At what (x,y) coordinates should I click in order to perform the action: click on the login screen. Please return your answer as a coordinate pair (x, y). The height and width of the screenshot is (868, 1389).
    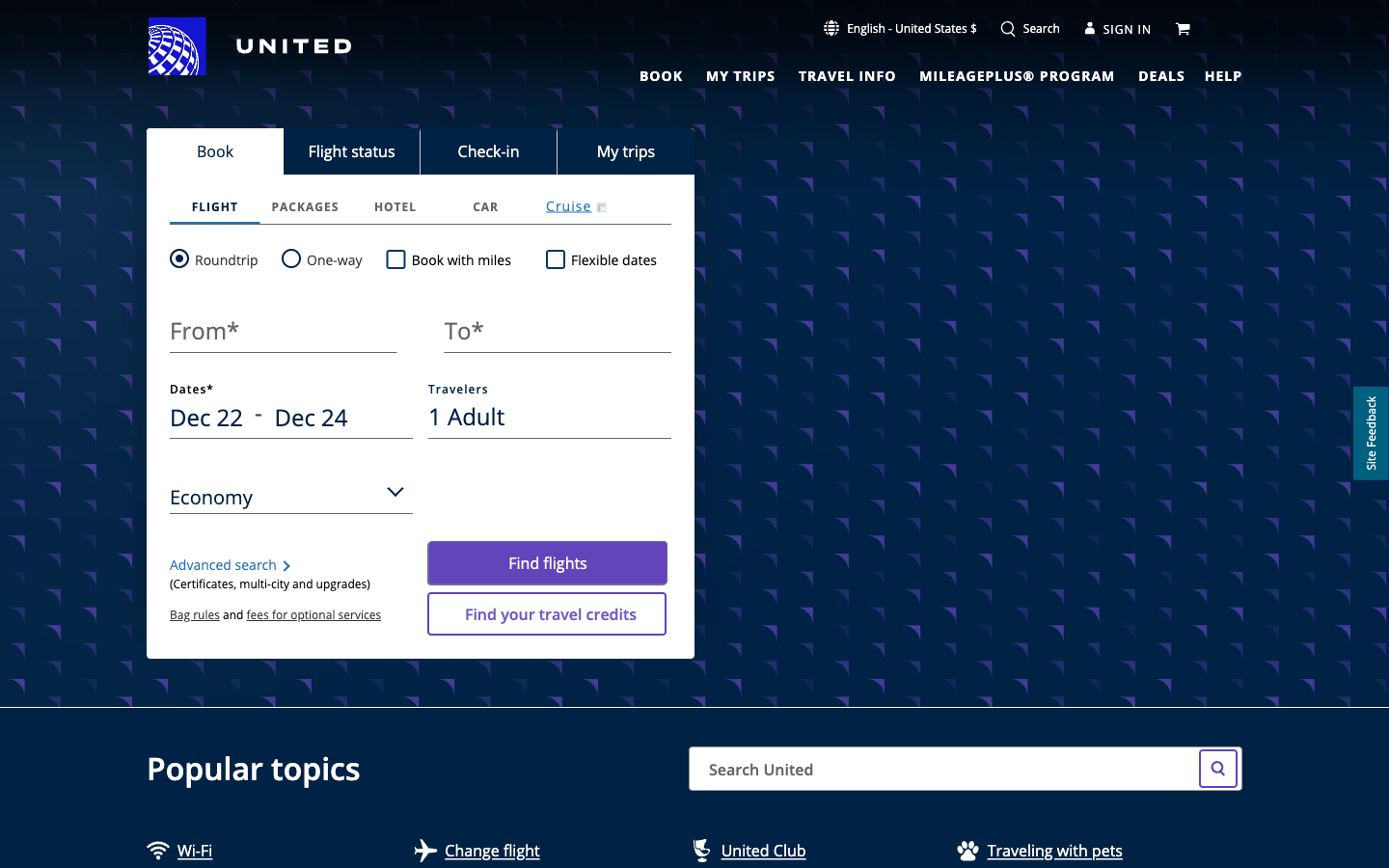
    Looking at the image, I should click on (1118, 27).